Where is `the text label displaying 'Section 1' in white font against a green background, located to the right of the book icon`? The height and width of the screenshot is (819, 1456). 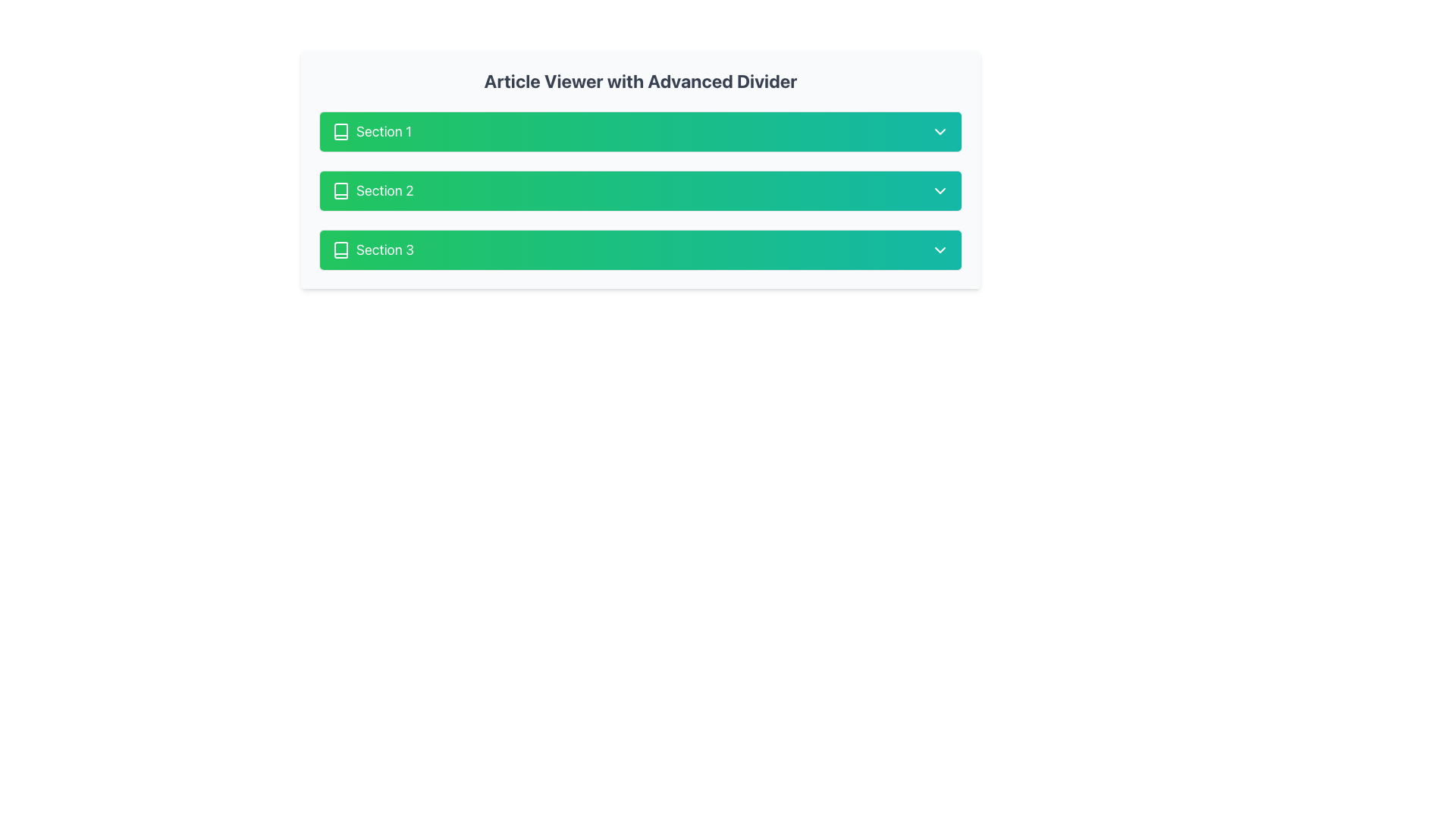 the text label displaying 'Section 1' in white font against a green background, located to the right of the book icon is located at coordinates (384, 130).